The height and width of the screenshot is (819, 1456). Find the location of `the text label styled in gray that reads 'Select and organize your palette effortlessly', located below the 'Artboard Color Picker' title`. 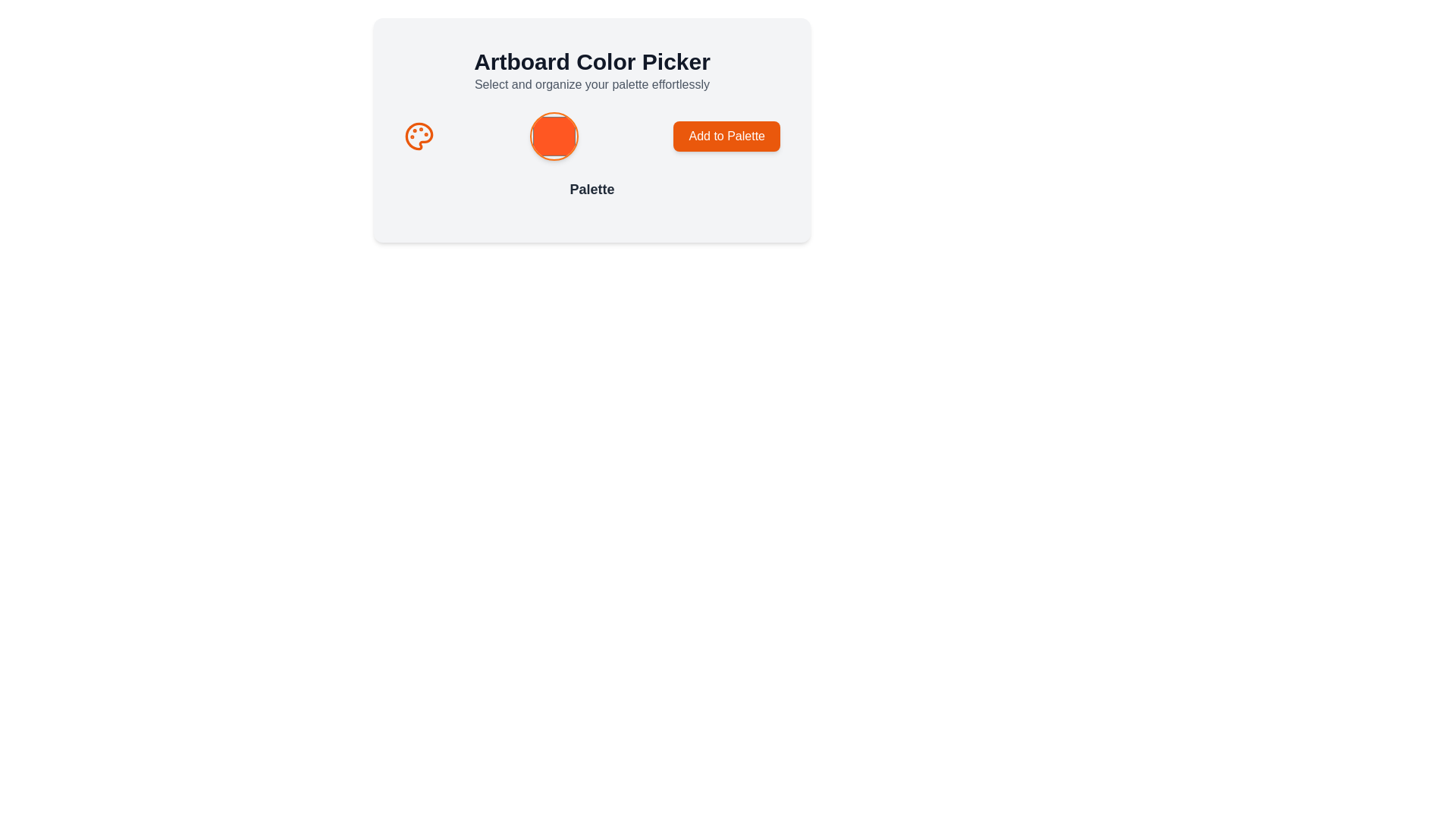

the text label styled in gray that reads 'Select and organize your palette effortlessly', located below the 'Artboard Color Picker' title is located at coordinates (591, 84).